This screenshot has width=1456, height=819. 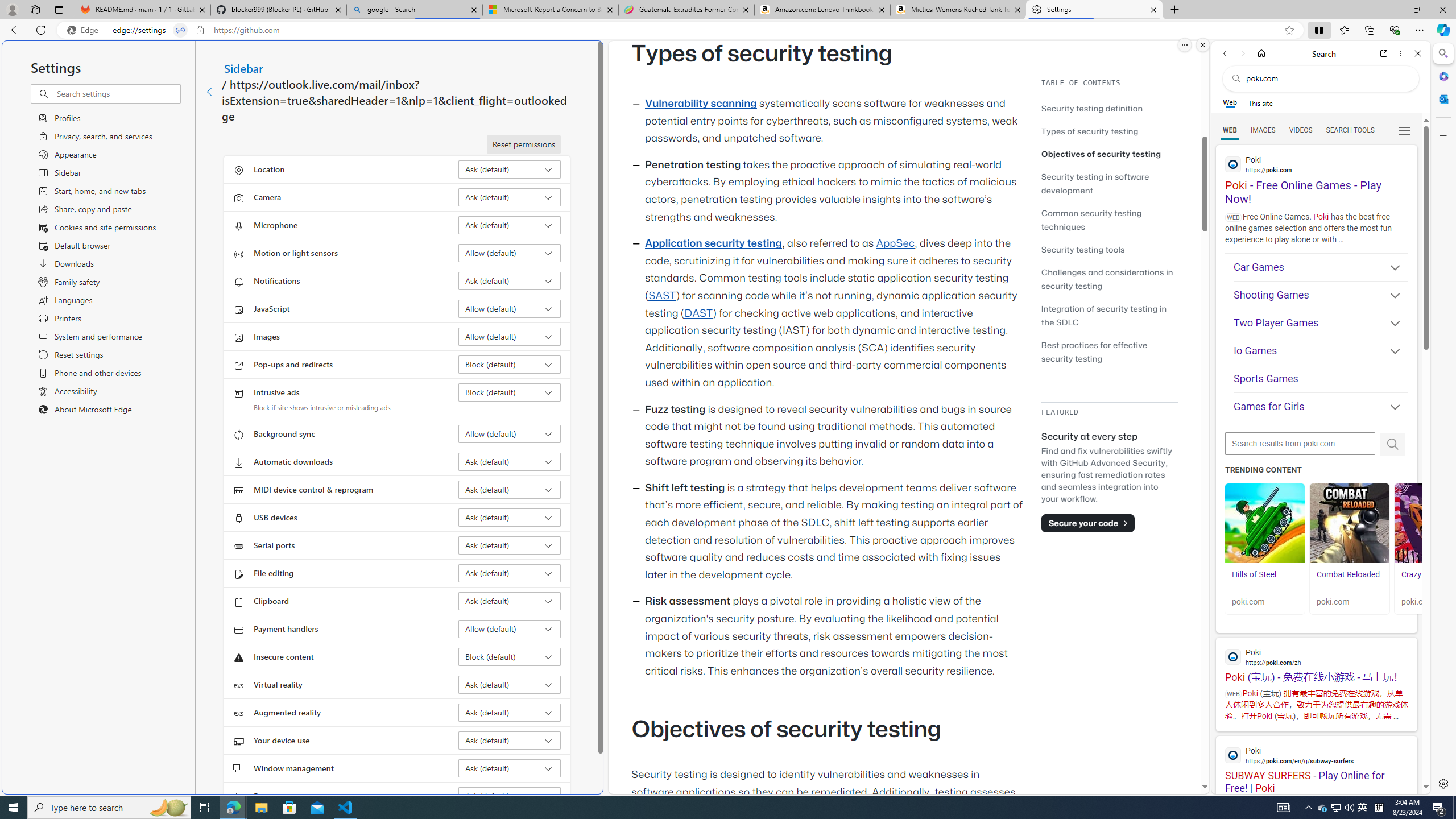 What do you see at coordinates (510, 712) in the screenshot?
I see `'Augmented reality Ask (default)'` at bounding box center [510, 712].